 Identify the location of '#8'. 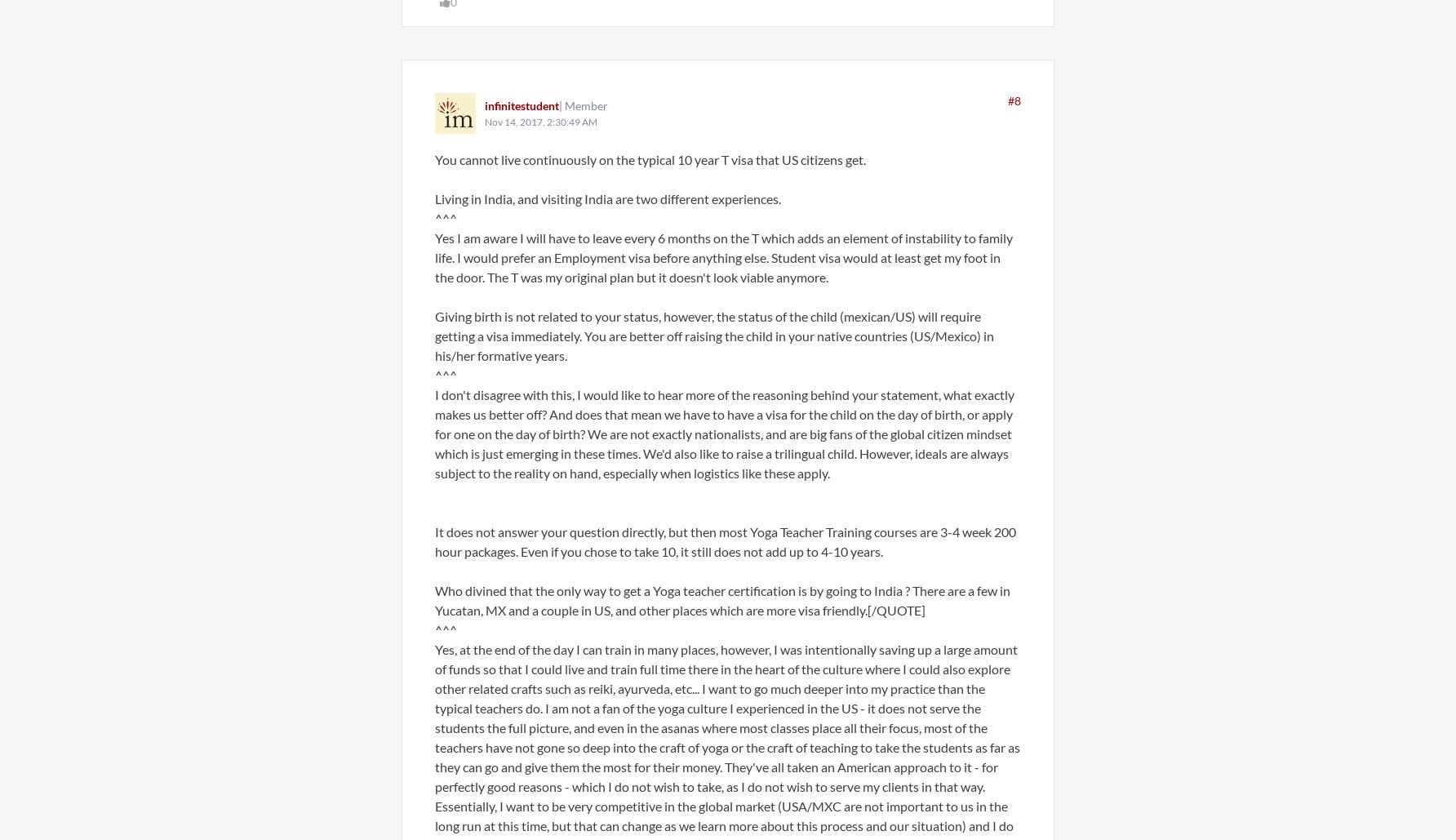
(1007, 100).